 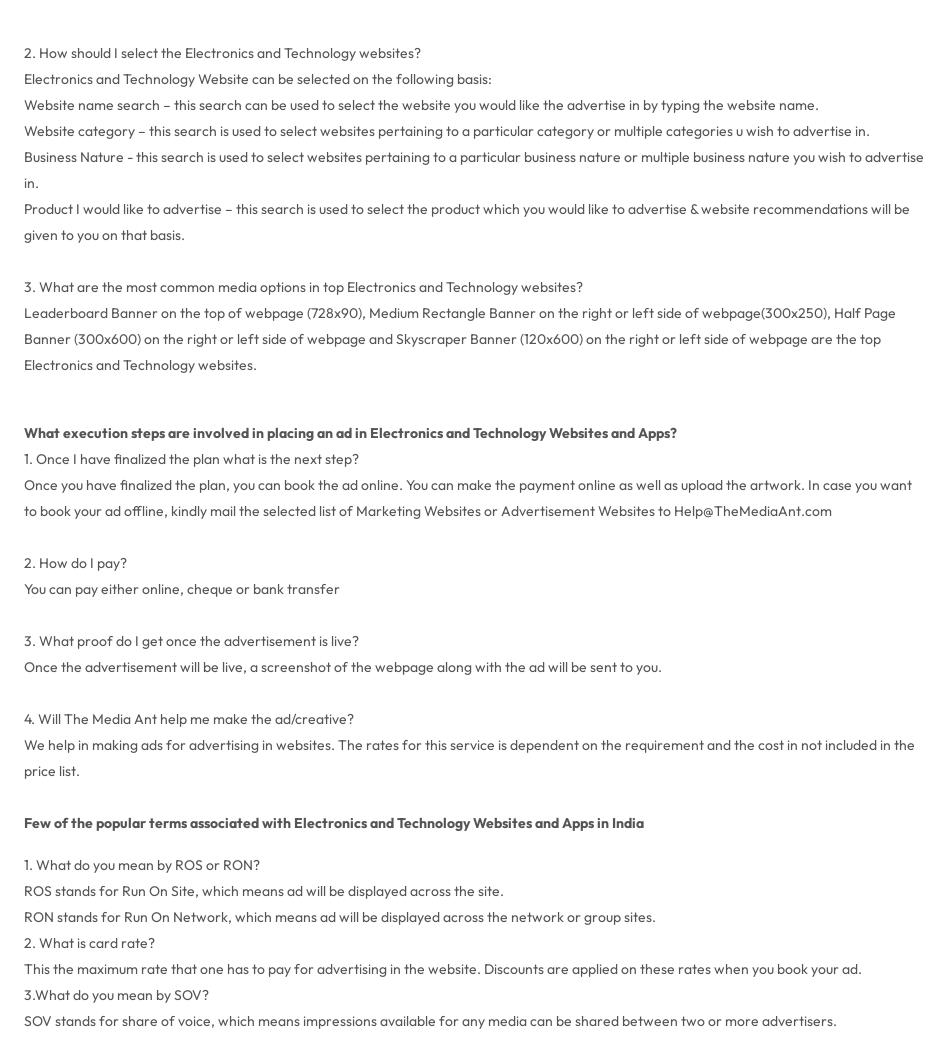 What do you see at coordinates (261, 888) in the screenshot?
I see `'ROS stands for Run On Site, which means ad will be displayed across the site.'` at bounding box center [261, 888].